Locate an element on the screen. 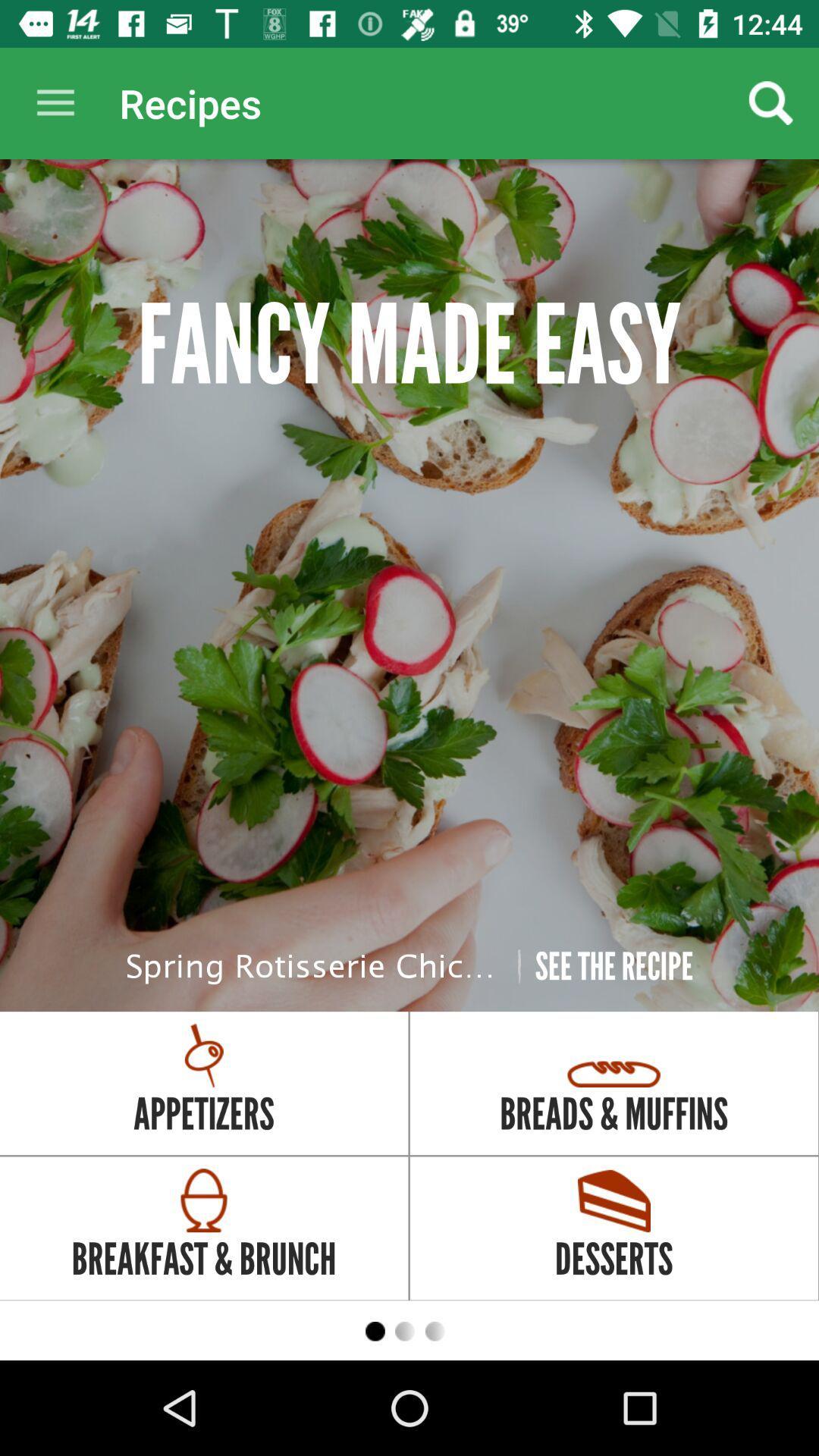  the icon above the fancy made easy item is located at coordinates (55, 102).